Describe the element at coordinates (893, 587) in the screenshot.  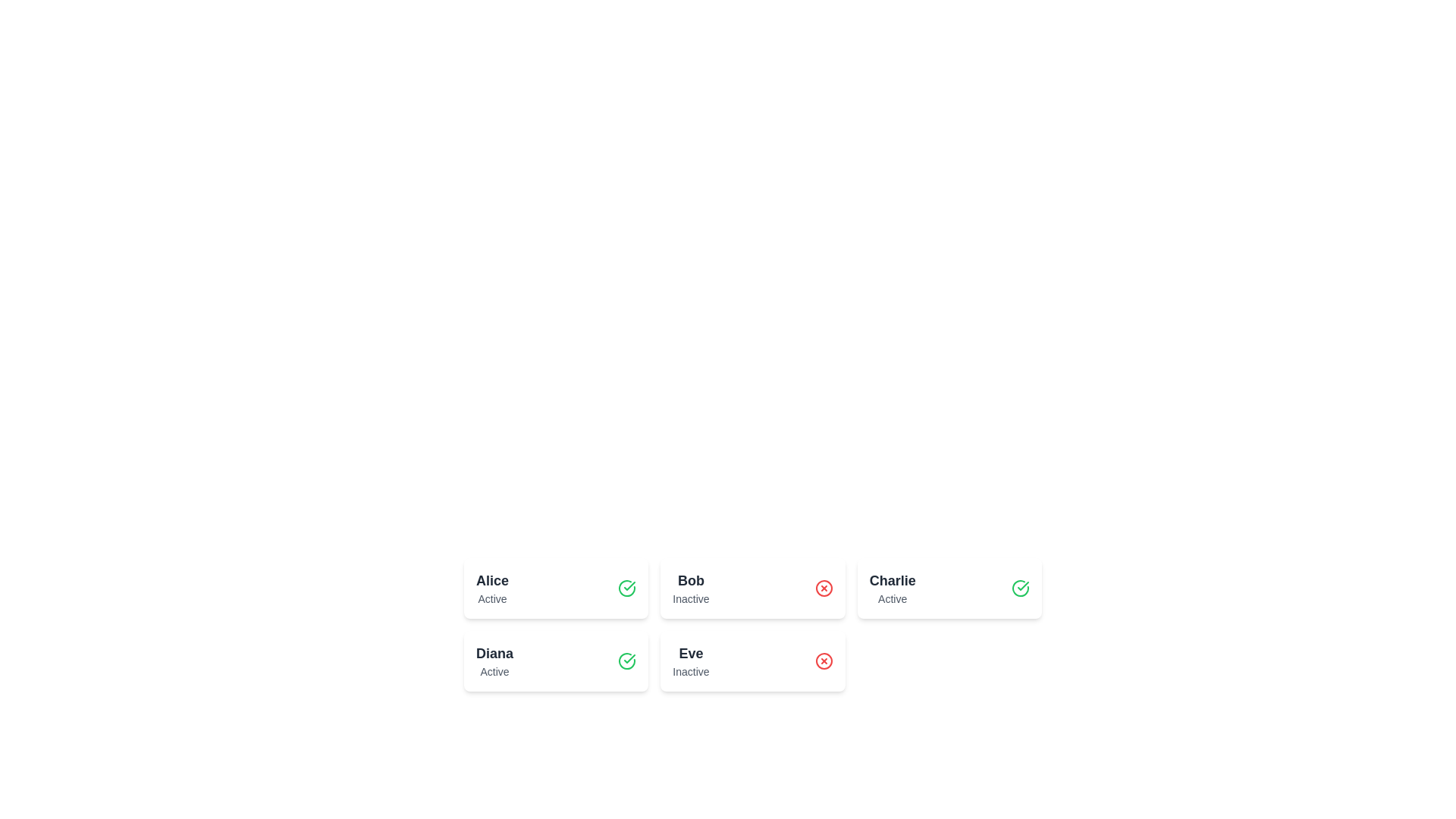
I see `the card displaying the user's name 'Charlie' and status 'Active' in the top-right card of the grid view if it is interactive` at that location.